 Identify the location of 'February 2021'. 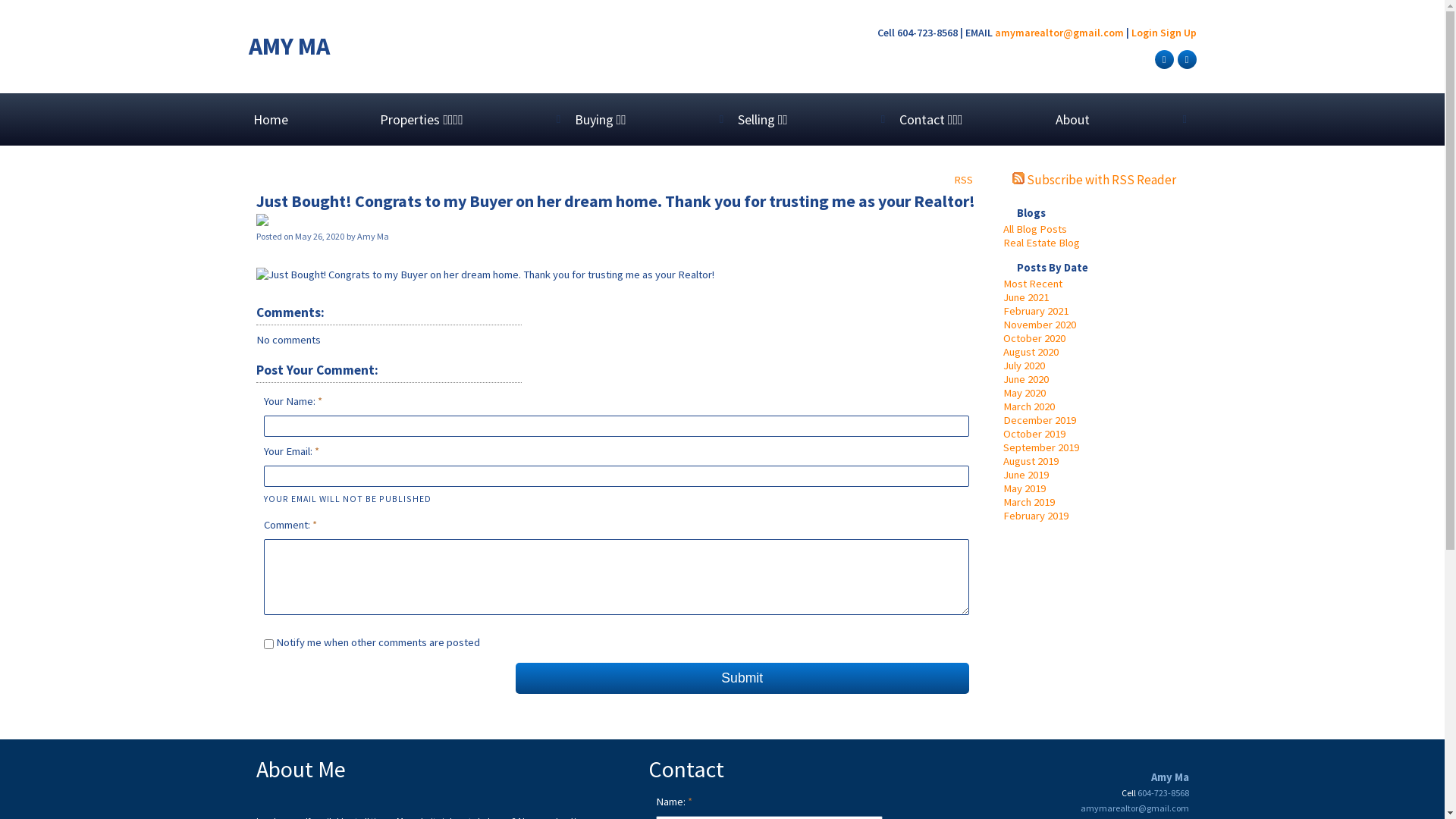
(1002, 309).